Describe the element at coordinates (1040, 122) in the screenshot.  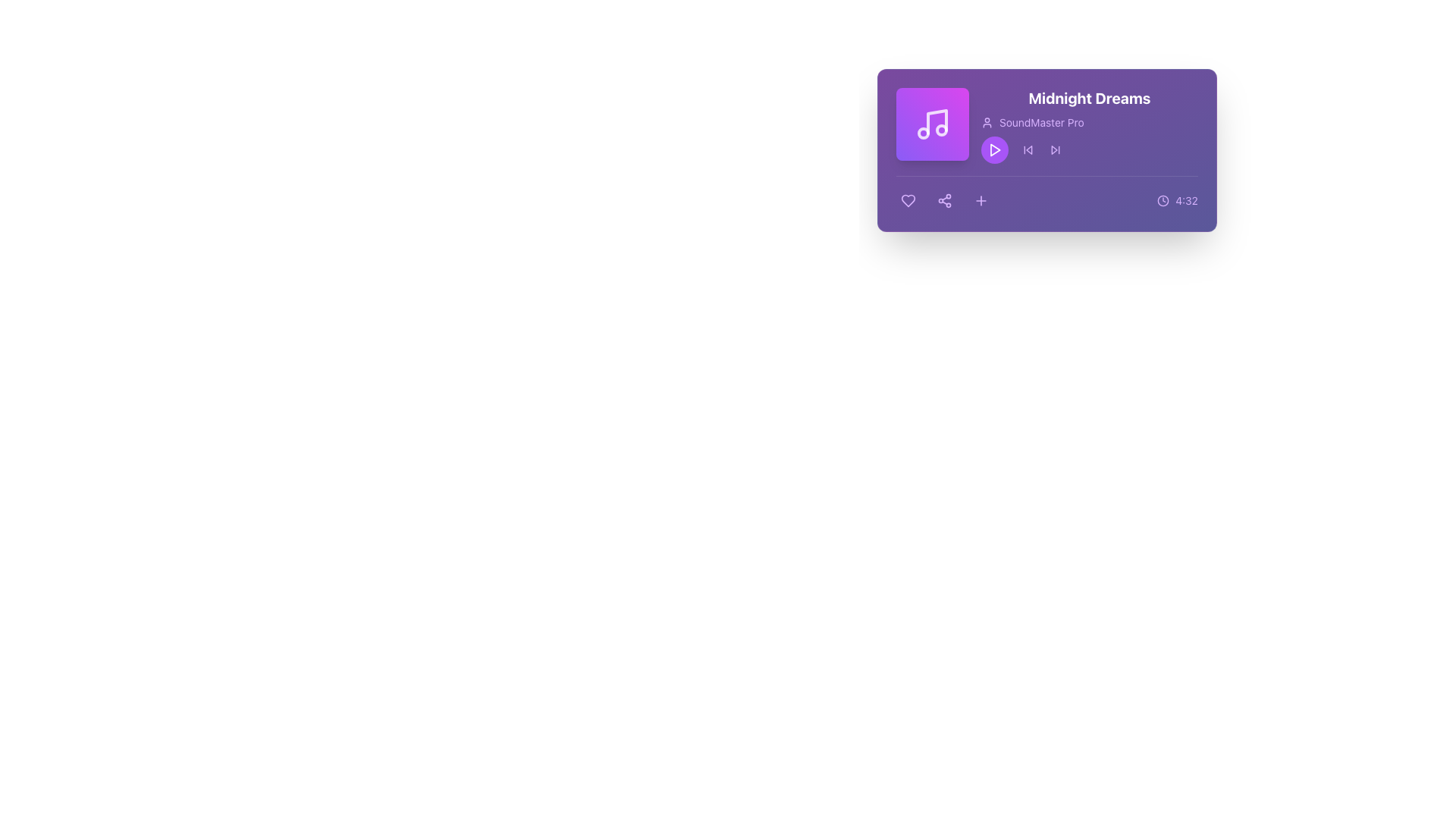
I see `the Text label displaying 'SoundMaster Pro' located in the top-right section below the main title 'Midnight Dreams'` at that location.